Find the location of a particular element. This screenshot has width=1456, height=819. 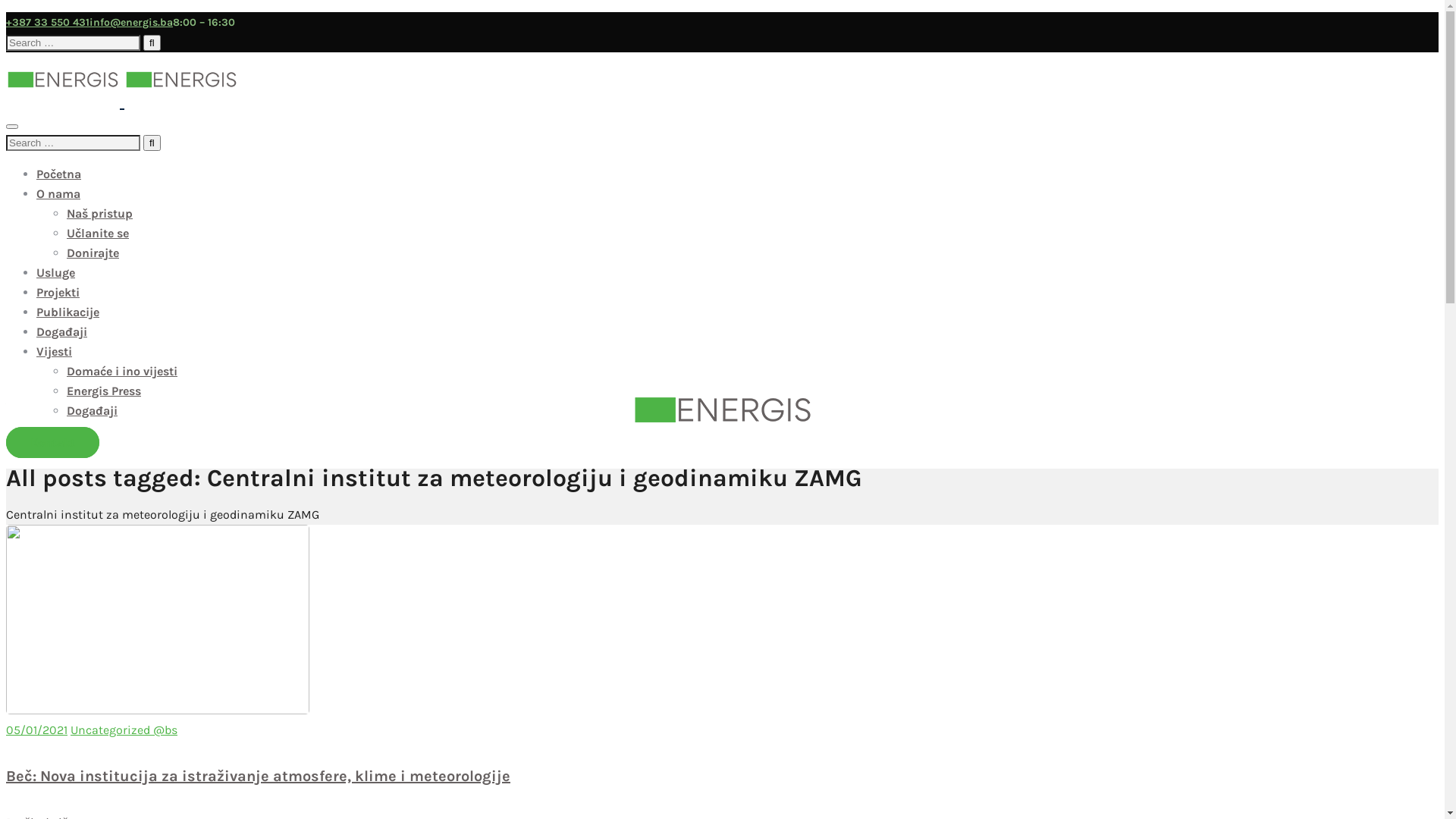

'Energis Press' is located at coordinates (103, 390).